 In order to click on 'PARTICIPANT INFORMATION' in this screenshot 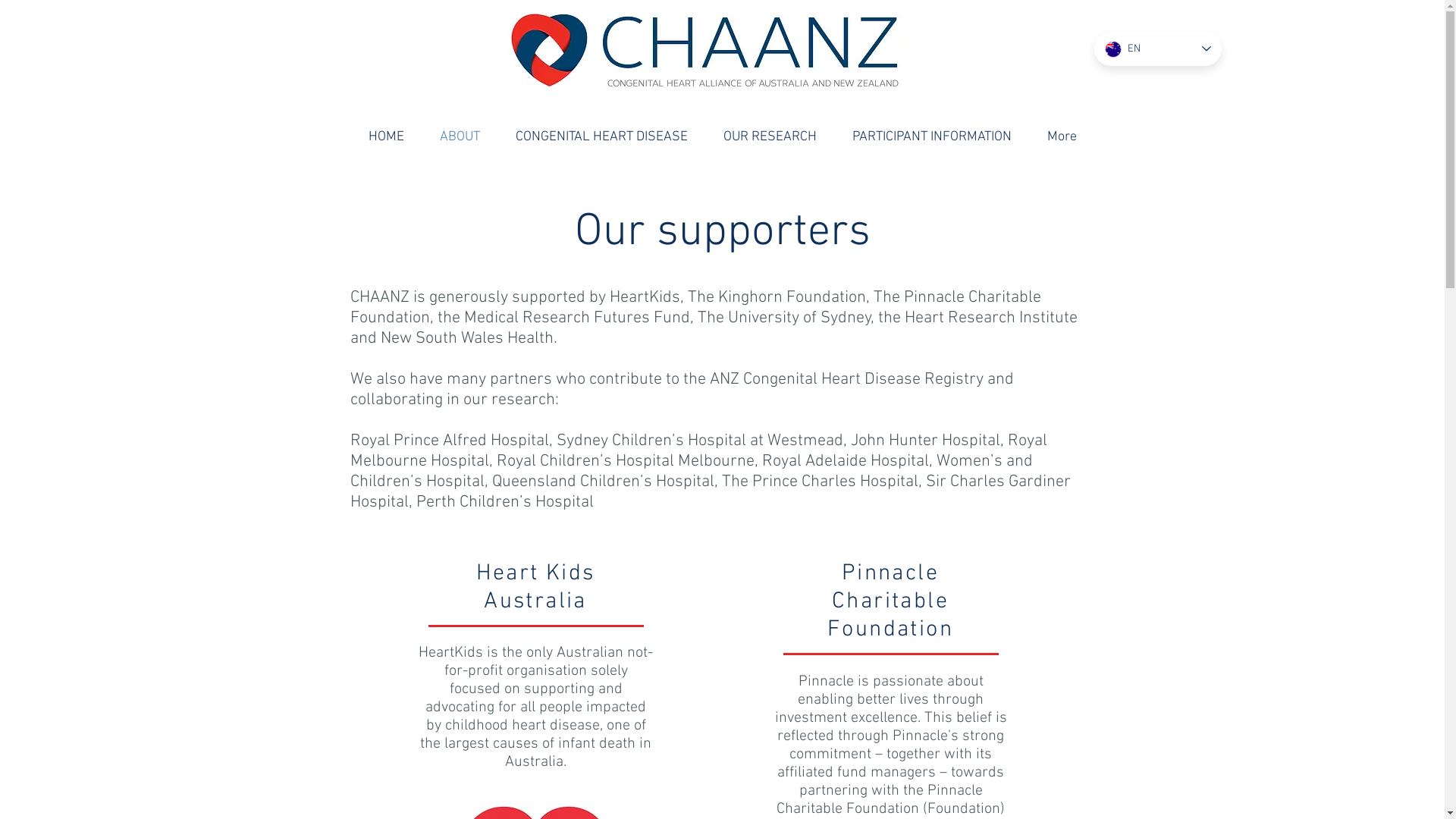, I will do `click(833, 133)`.